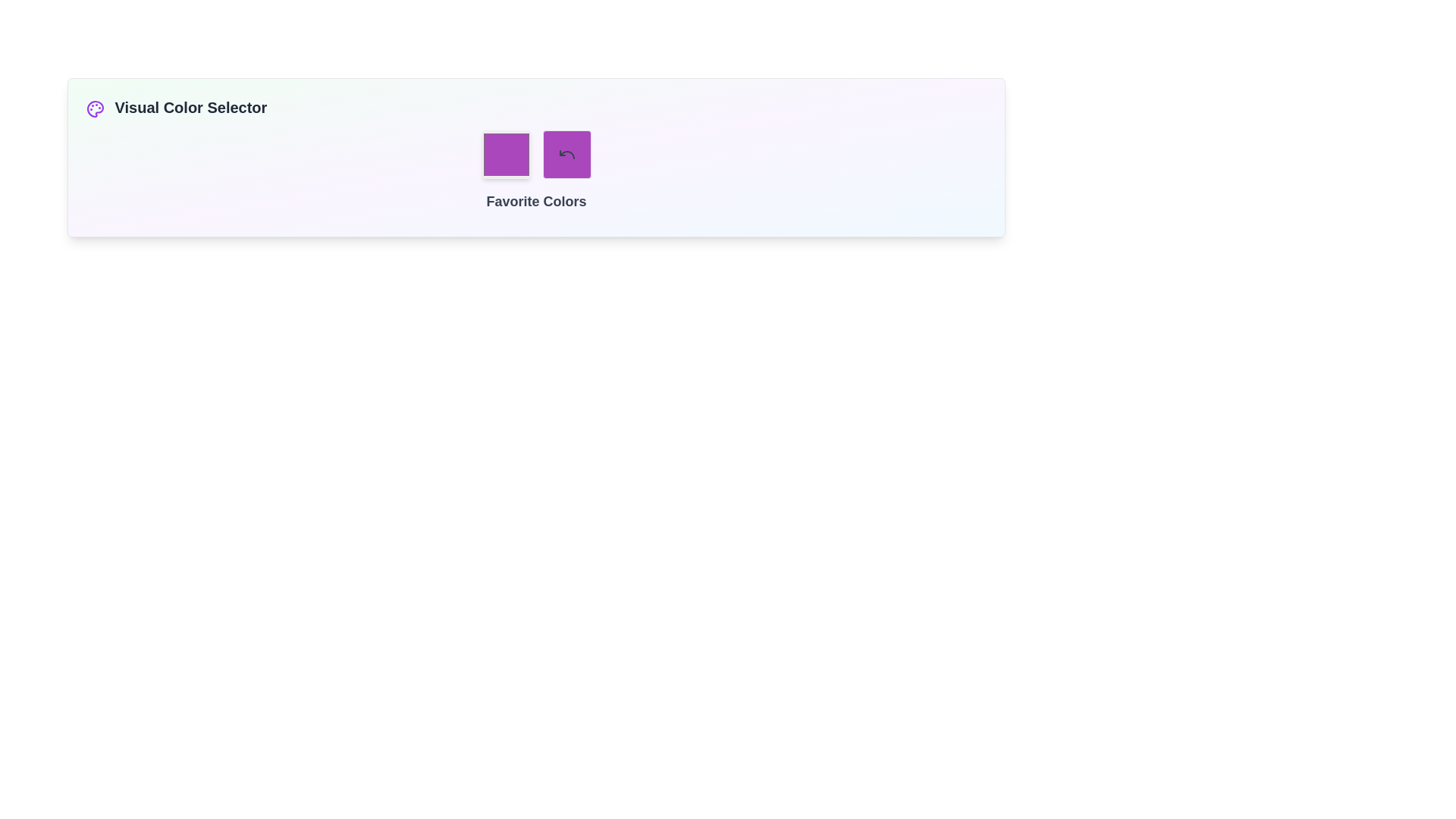  Describe the element at coordinates (566, 155) in the screenshot. I see `the small gray icon button depicting a curved arrow pointing left, which is located in the second purple square from the left in the 'Favorite Colors' section` at that location.